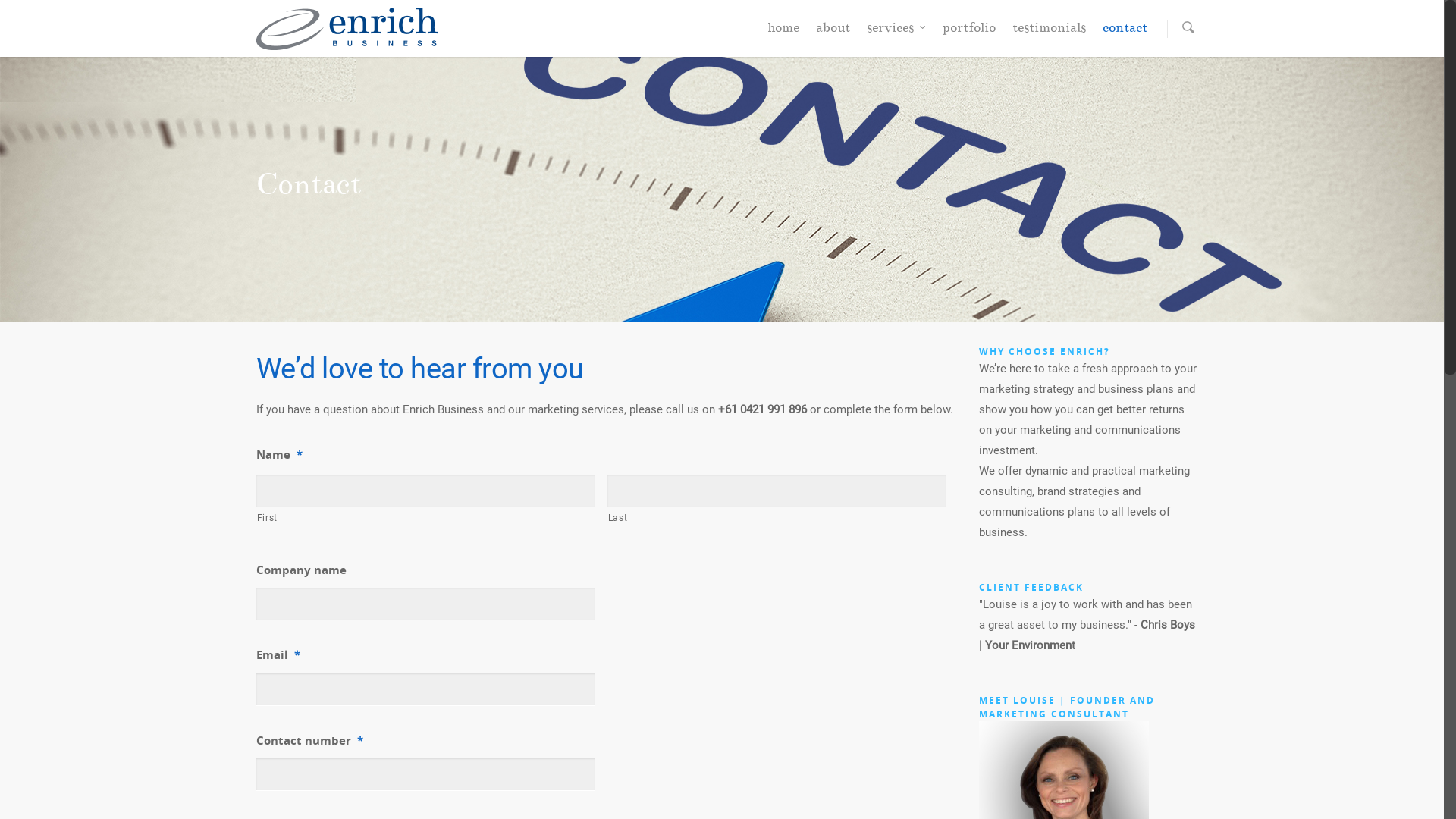  What do you see at coordinates (895, 32) in the screenshot?
I see `'services'` at bounding box center [895, 32].